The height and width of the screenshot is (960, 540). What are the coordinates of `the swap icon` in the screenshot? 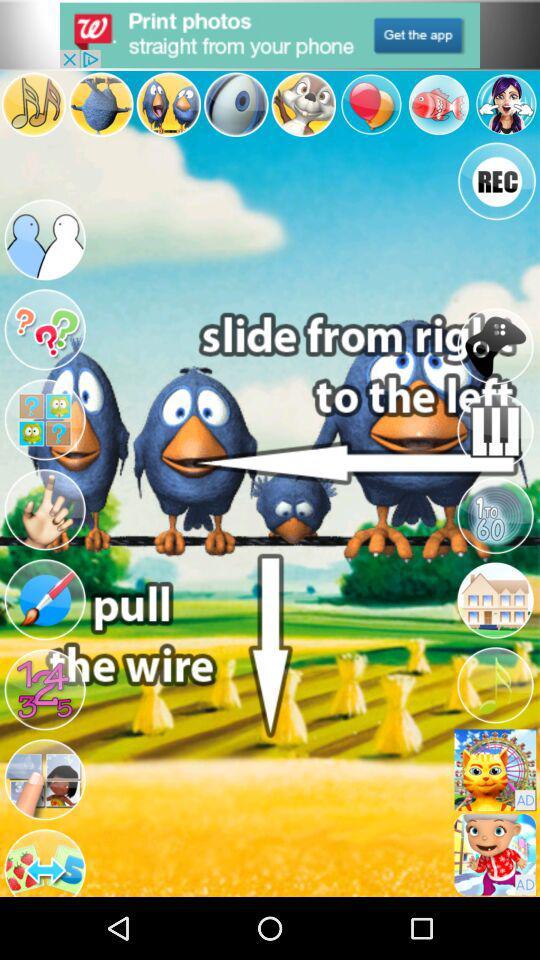 It's located at (44, 921).